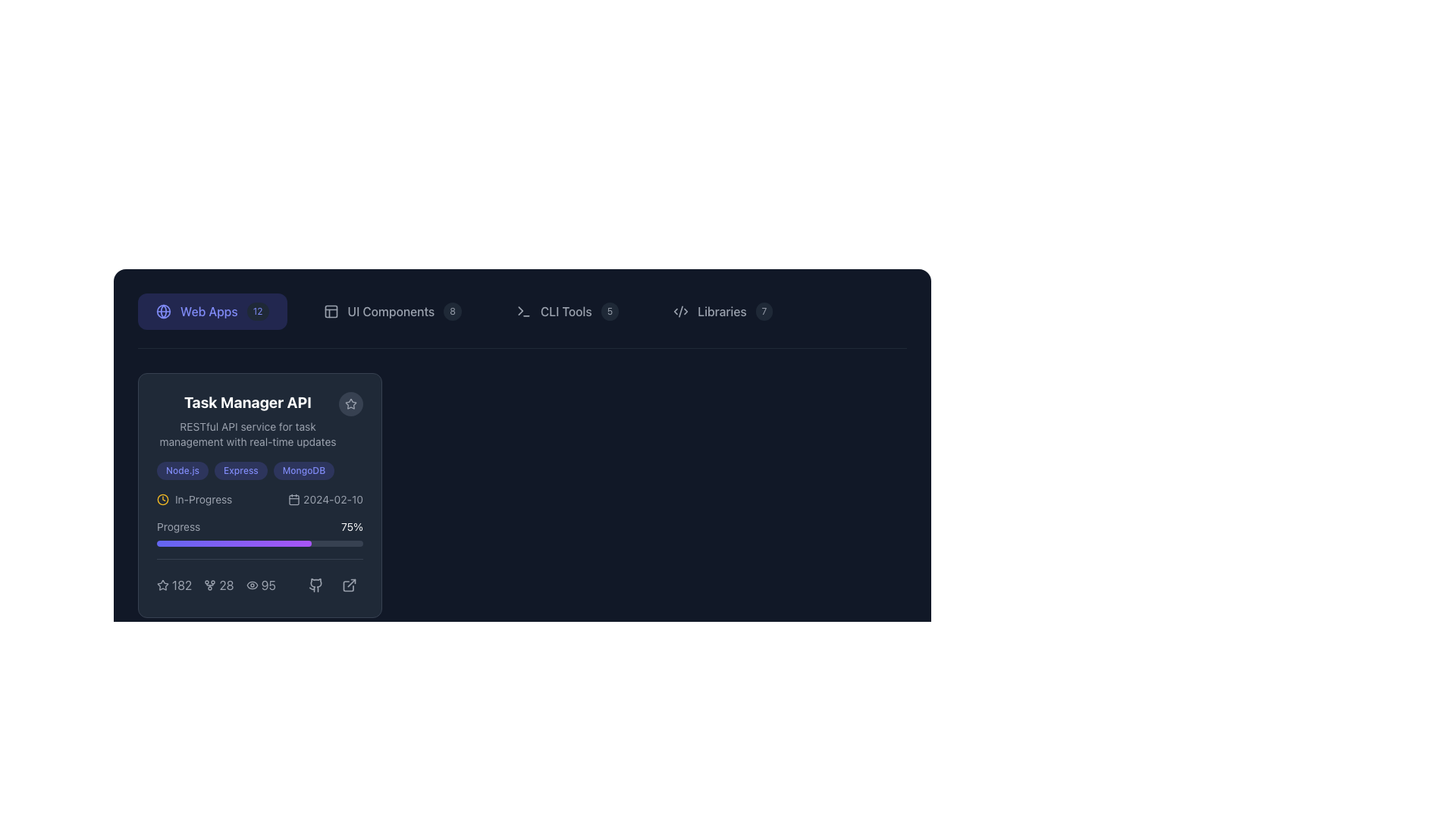 The height and width of the screenshot is (819, 1456). I want to click on the eye icon representing visibility located near the bottom of a task card, which is the first component in a row containing the eye icon and text '95', so click(252, 584).